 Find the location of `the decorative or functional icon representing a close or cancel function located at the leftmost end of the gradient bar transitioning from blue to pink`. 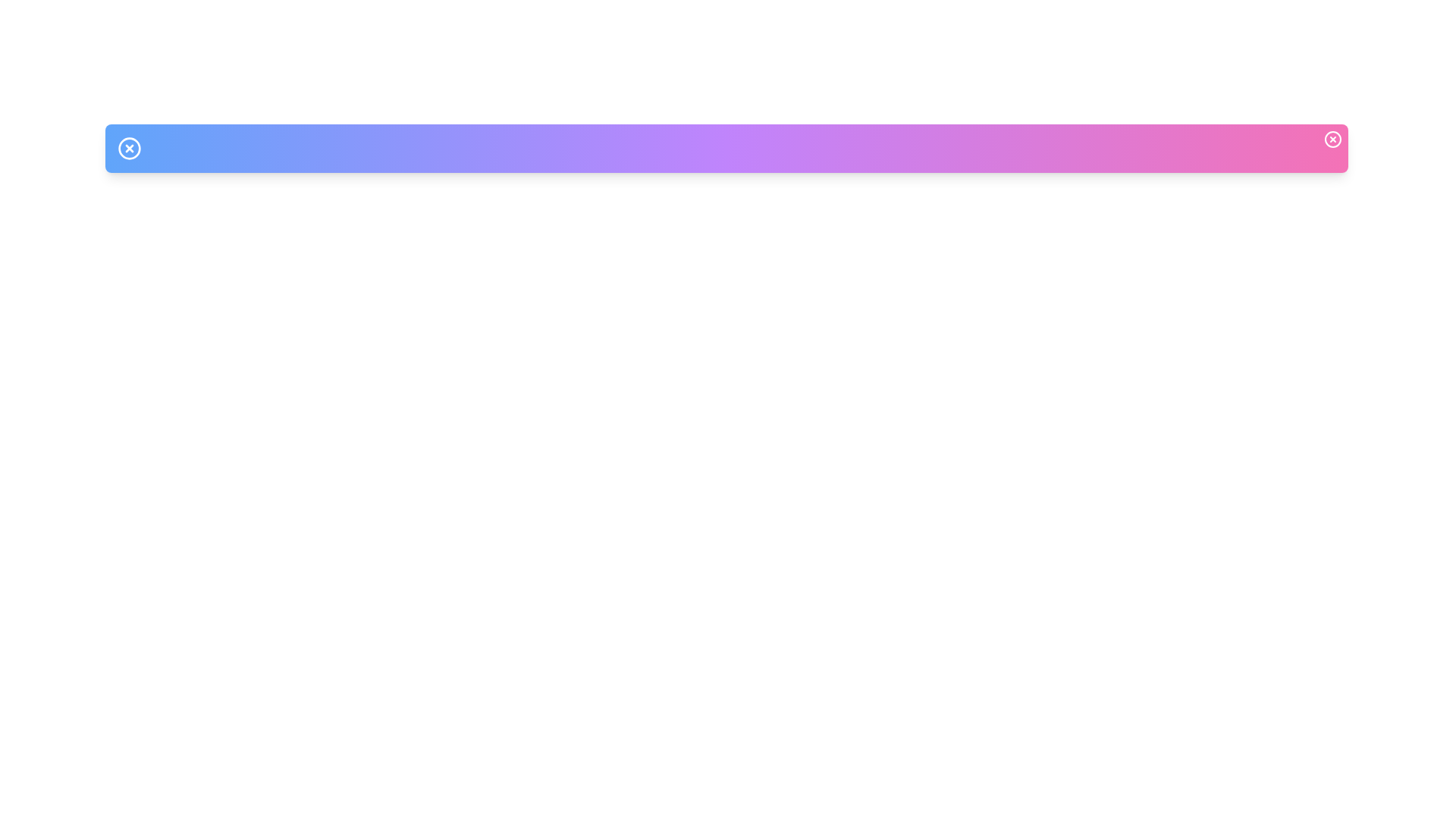

the decorative or functional icon representing a close or cancel function located at the leftmost end of the gradient bar transitioning from blue to pink is located at coordinates (130, 149).